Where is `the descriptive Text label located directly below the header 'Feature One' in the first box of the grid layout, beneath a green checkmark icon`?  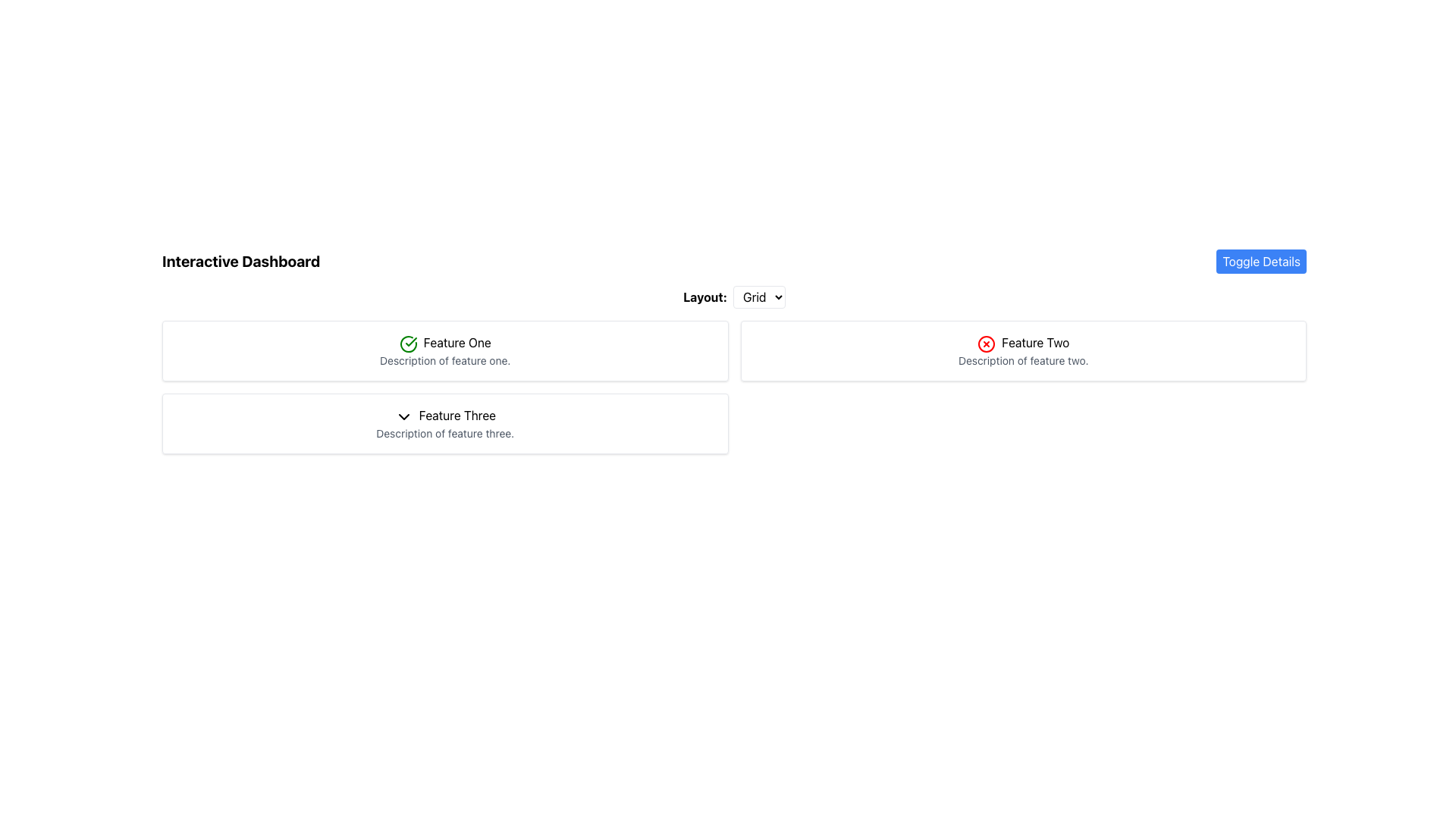 the descriptive Text label located directly below the header 'Feature One' in the first box of the grid layout, beneath a green checkmark icon is located at coordinates (444, 360).